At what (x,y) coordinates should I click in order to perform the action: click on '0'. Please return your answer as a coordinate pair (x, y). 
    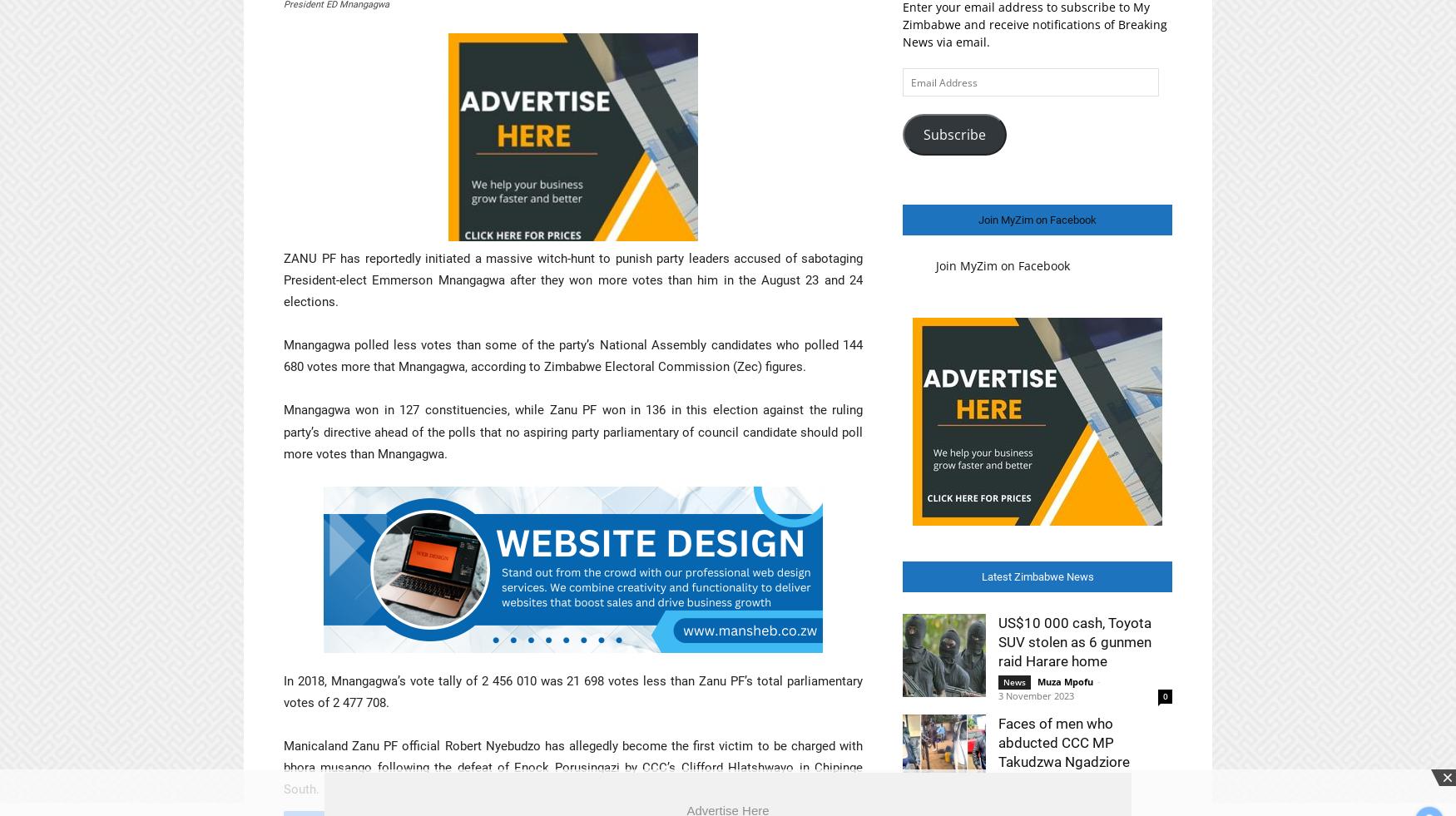
    Looking at the image, I should click on (1162, 695).